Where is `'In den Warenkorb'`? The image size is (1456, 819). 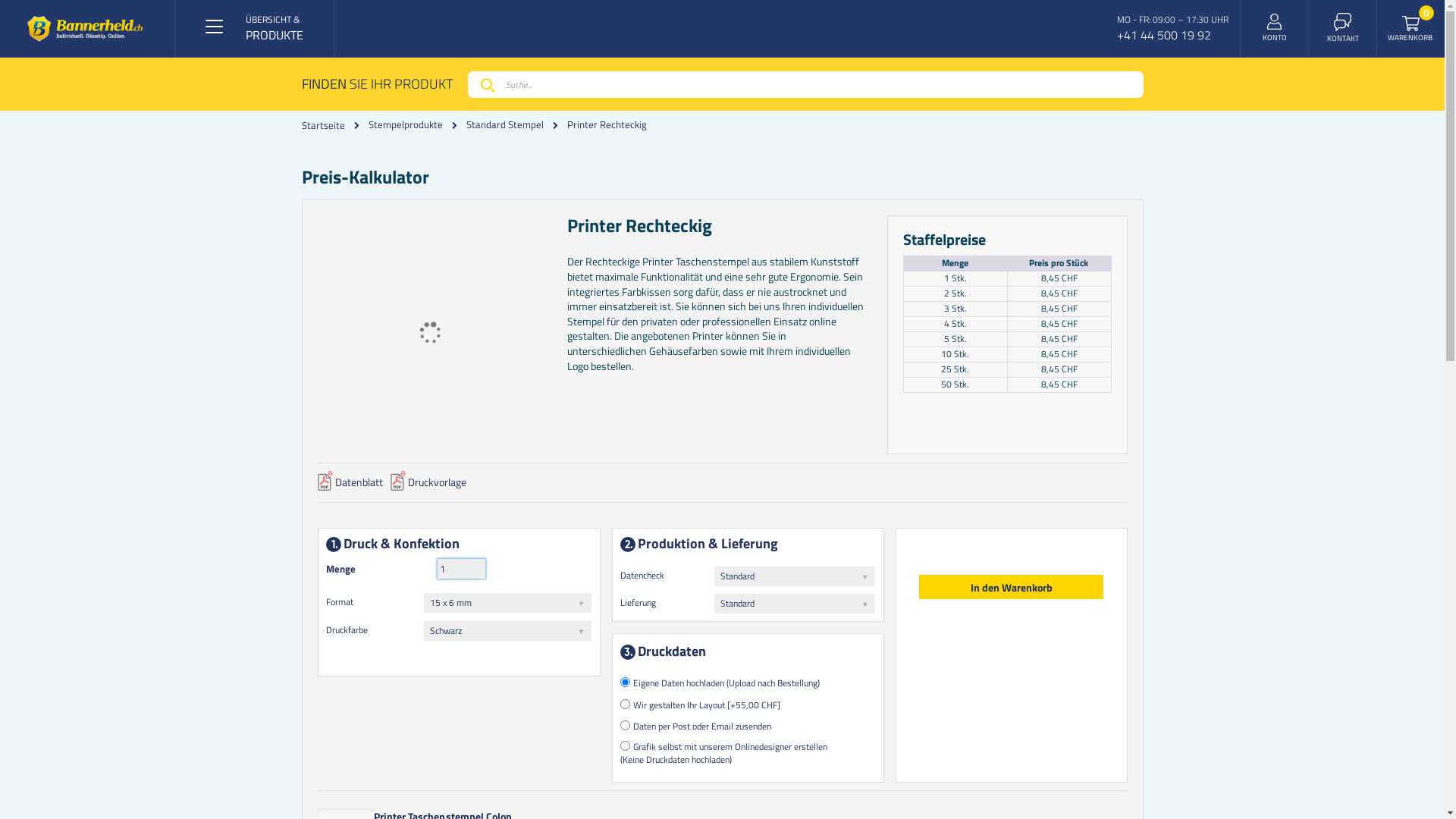
'In den Warenkorb' is located at coordinates (1011, 586).